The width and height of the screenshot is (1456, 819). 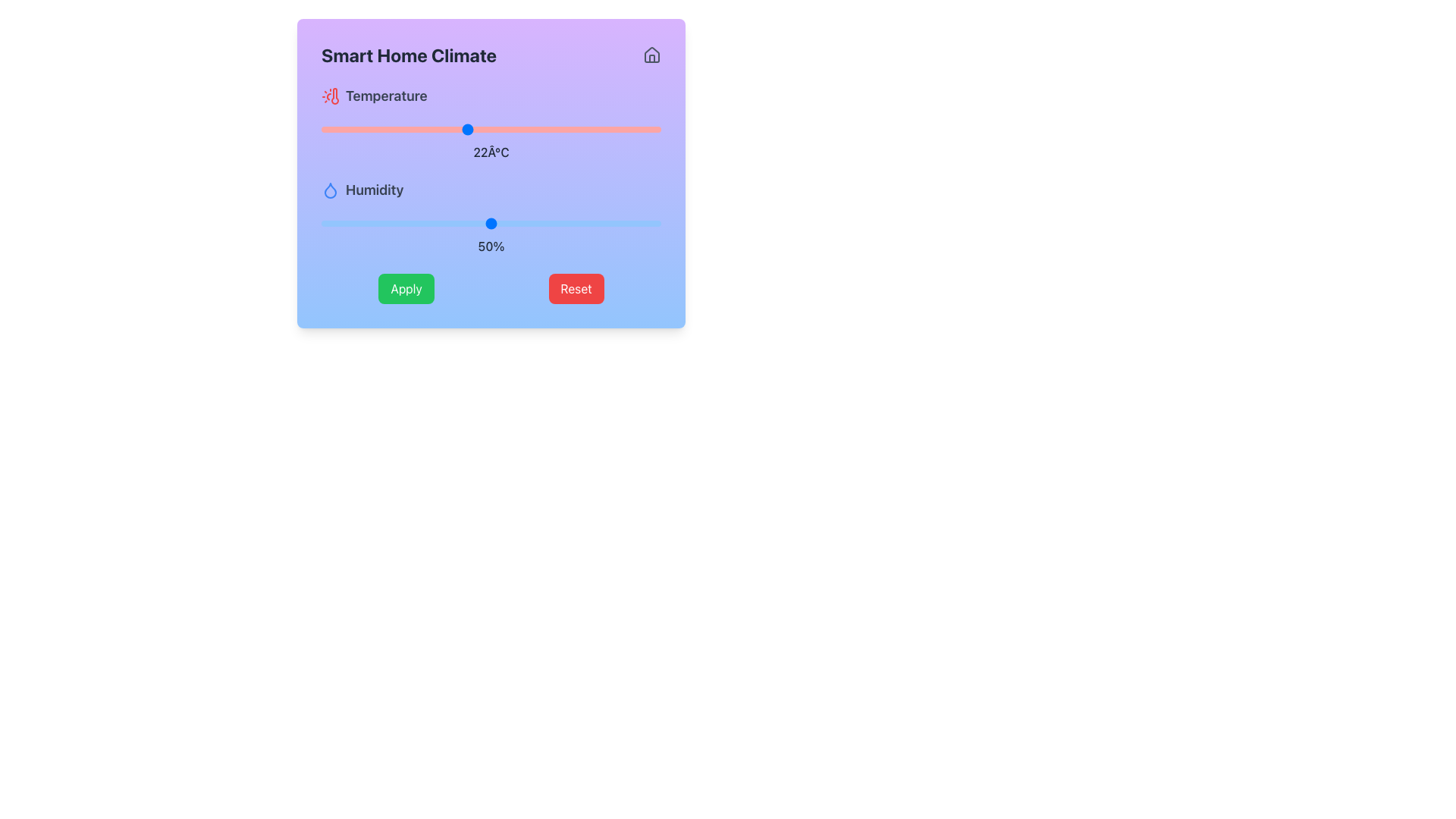 What do you see at coordinates (330, 189) in the screenshot?
I see `the humidity icon located to the left of the 'Humidity' text label in the middle section of the rectangular card layout` at bounding box center [330, 189].